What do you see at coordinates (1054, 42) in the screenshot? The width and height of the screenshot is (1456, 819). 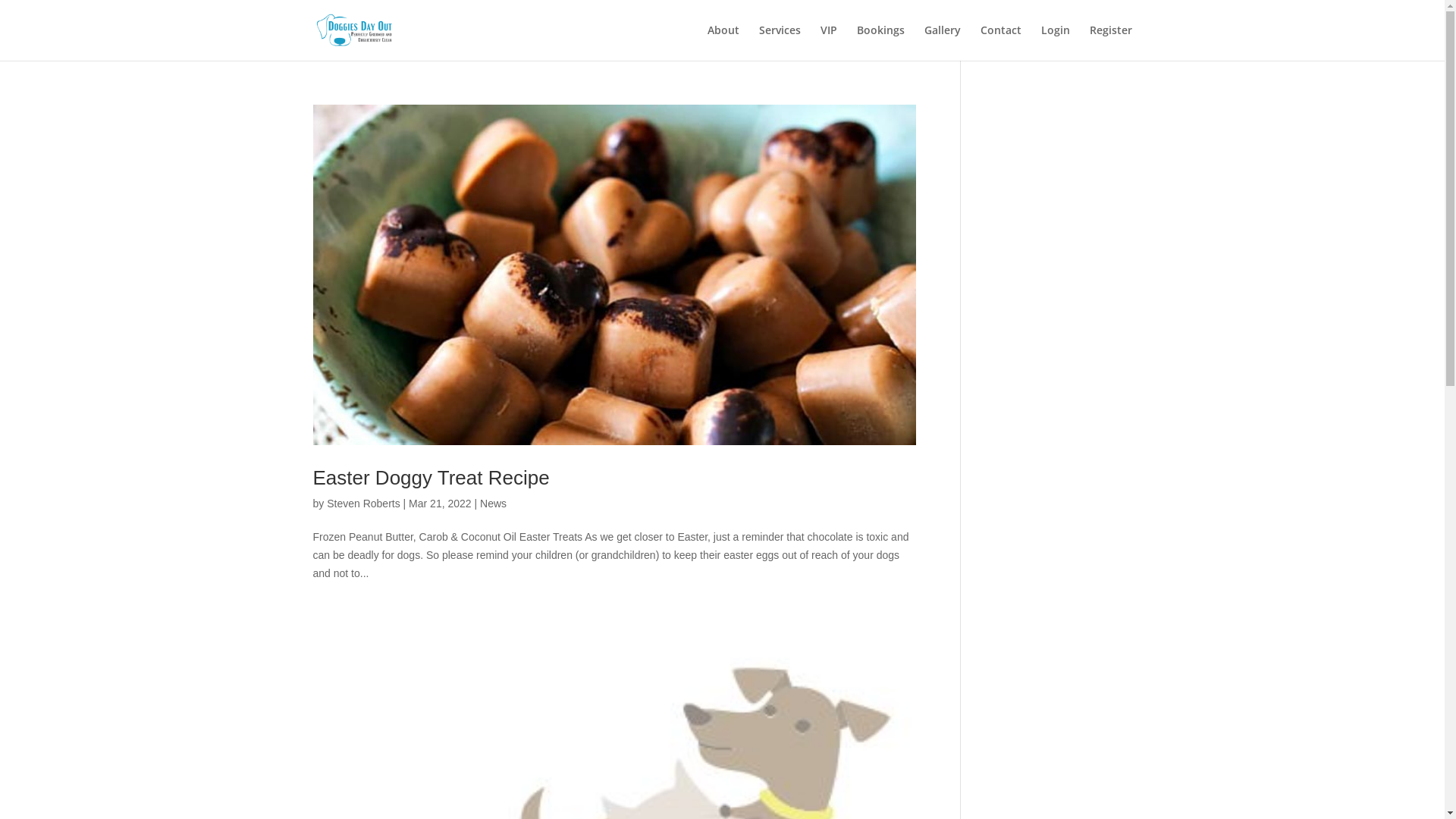 I see `'Login'` at bounding box center [1054, 42].